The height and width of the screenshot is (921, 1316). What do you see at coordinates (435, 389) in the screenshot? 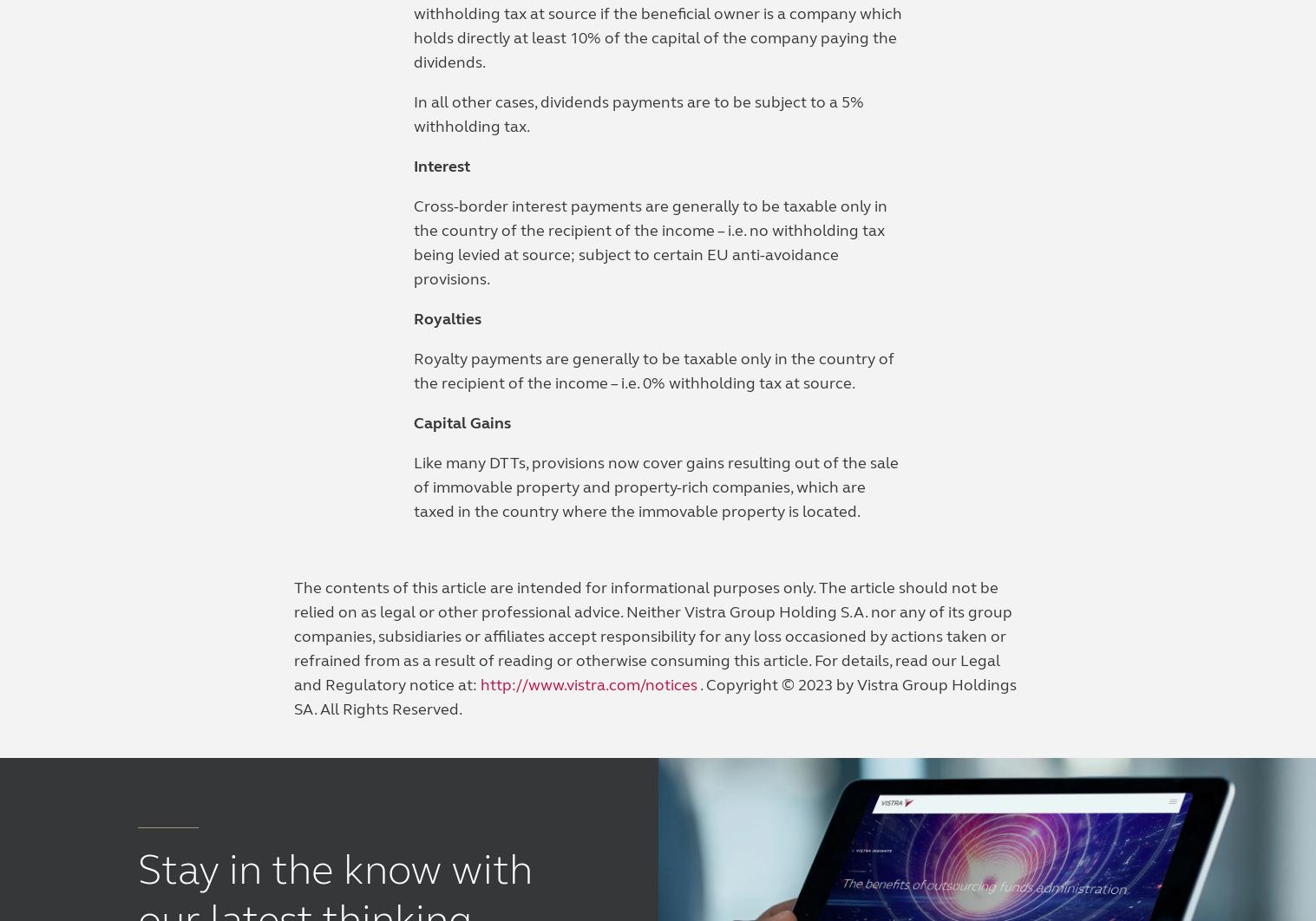
I see `'Insights'` at bounding box center [435, 389].